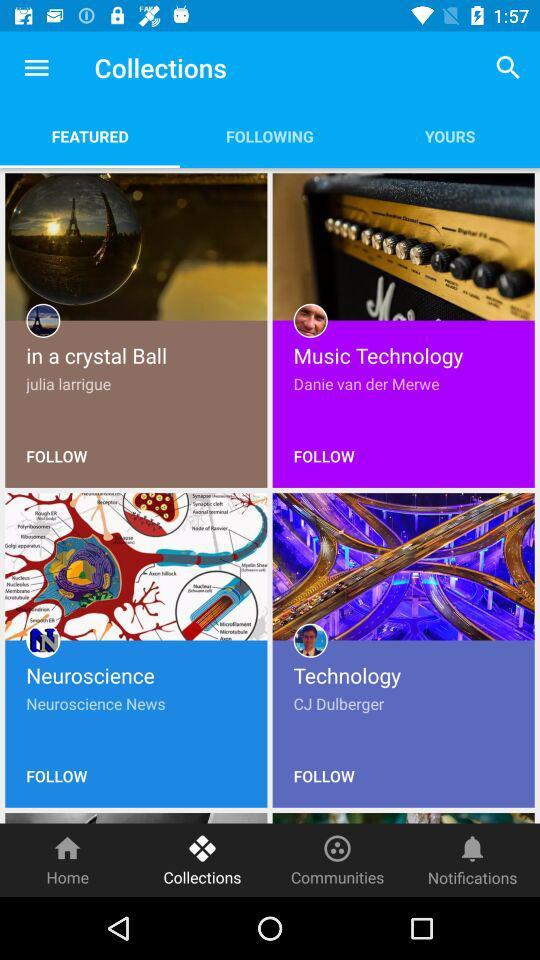 This screenshot has height=960, width=540. I want to click on icon to the right of the featured, so click(270, 135).